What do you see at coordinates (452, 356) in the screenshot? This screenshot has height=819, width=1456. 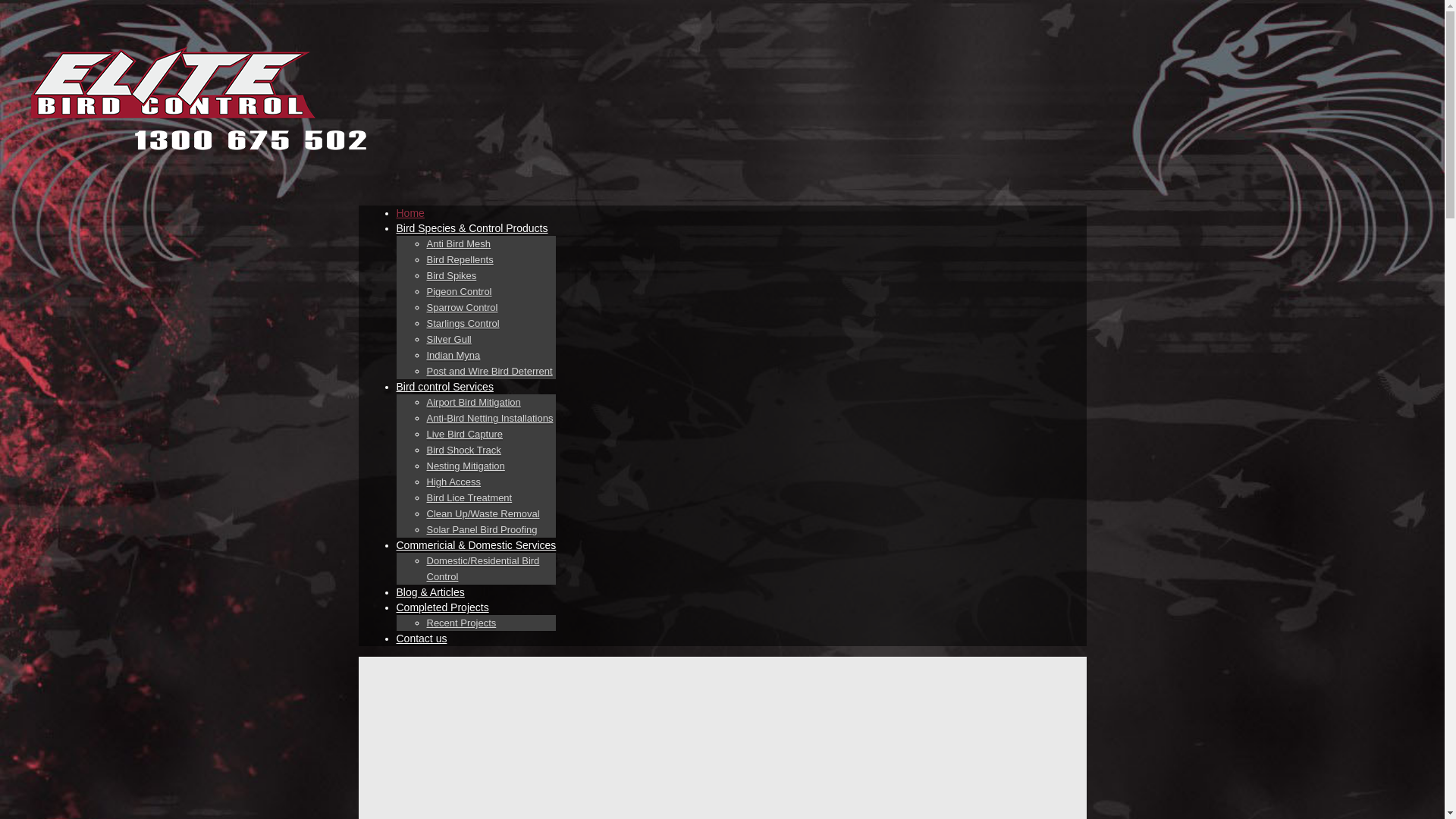 I see `'Indian Myna'` at bounding box center [452, 356].